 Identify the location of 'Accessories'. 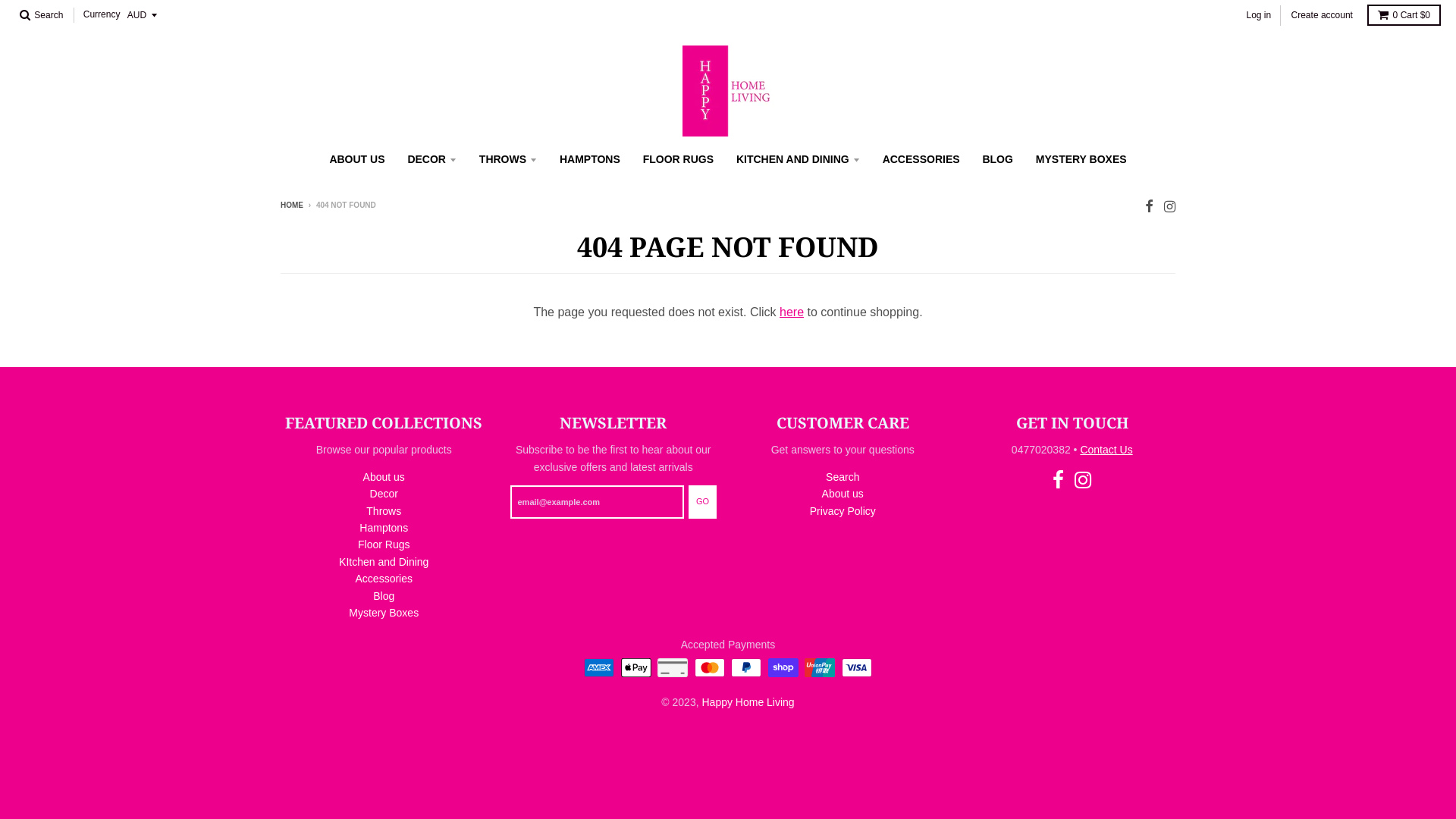
(384, 579).